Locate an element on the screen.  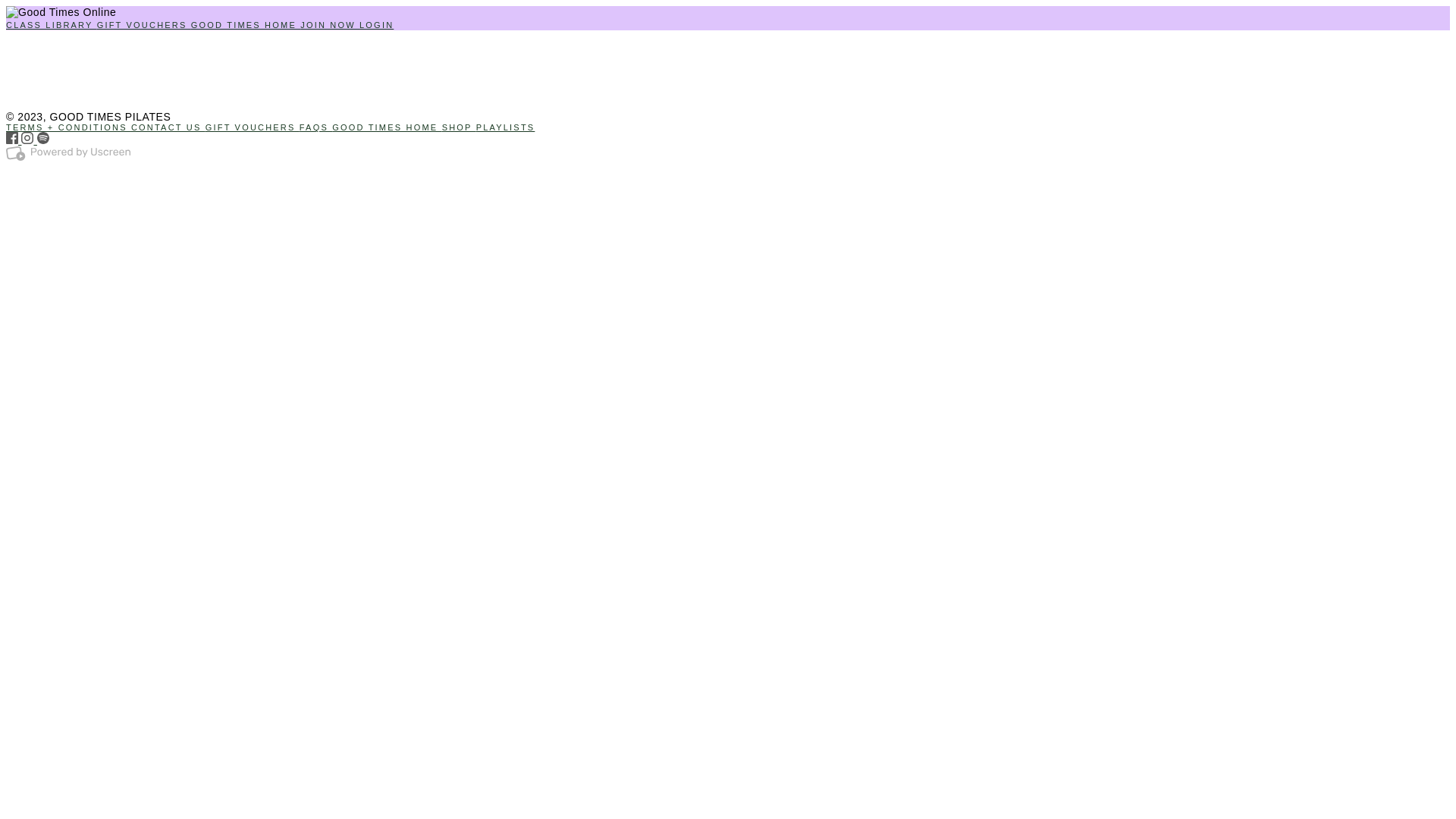
'LOGIN' is located at coordinates (359, 25).